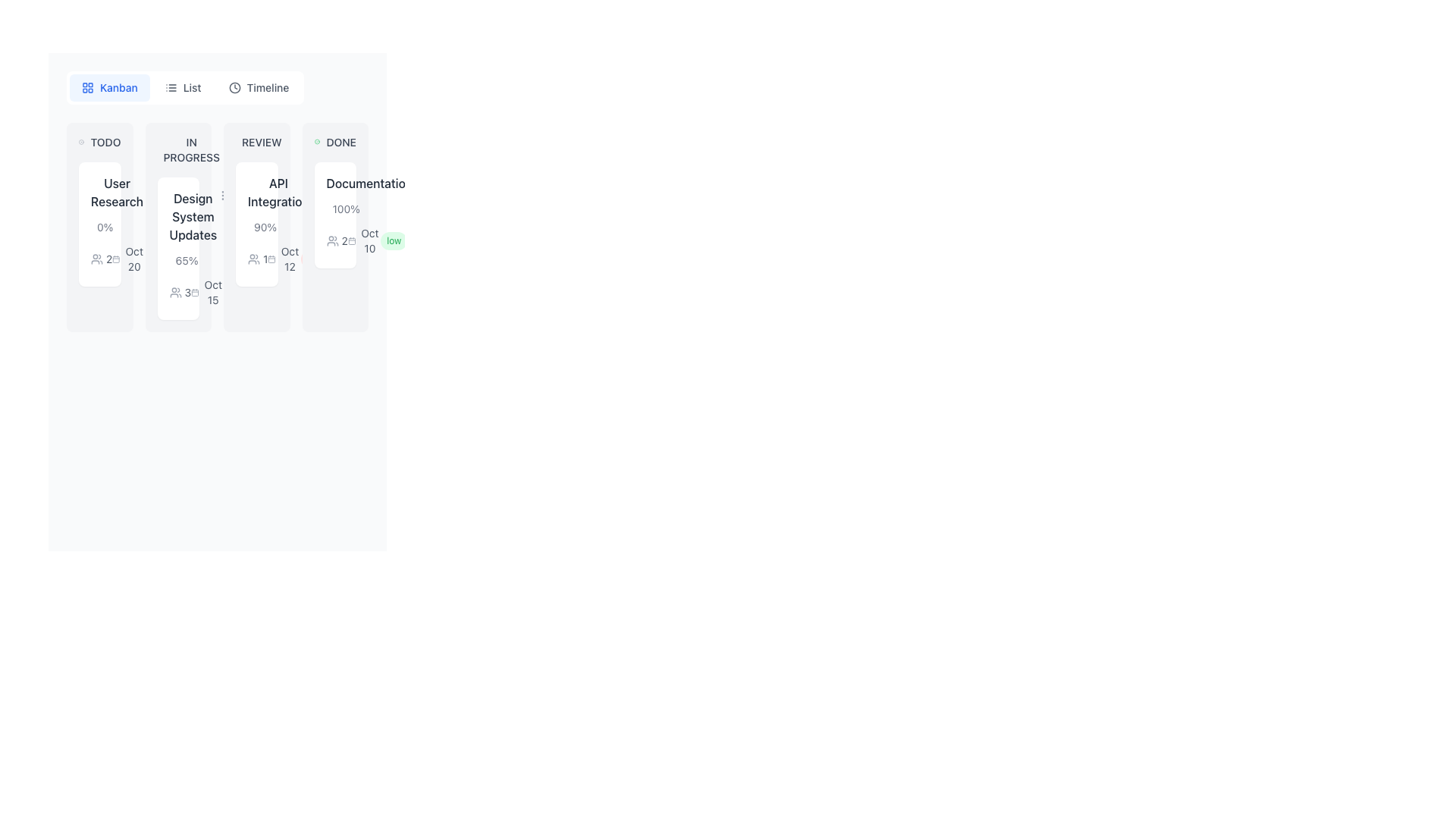  I want to click on the 'Timeline' button, which is the rightmost button in a group of three buttons labeled 'Kanban', 'List', and 'Timeline', so click(259, 87).